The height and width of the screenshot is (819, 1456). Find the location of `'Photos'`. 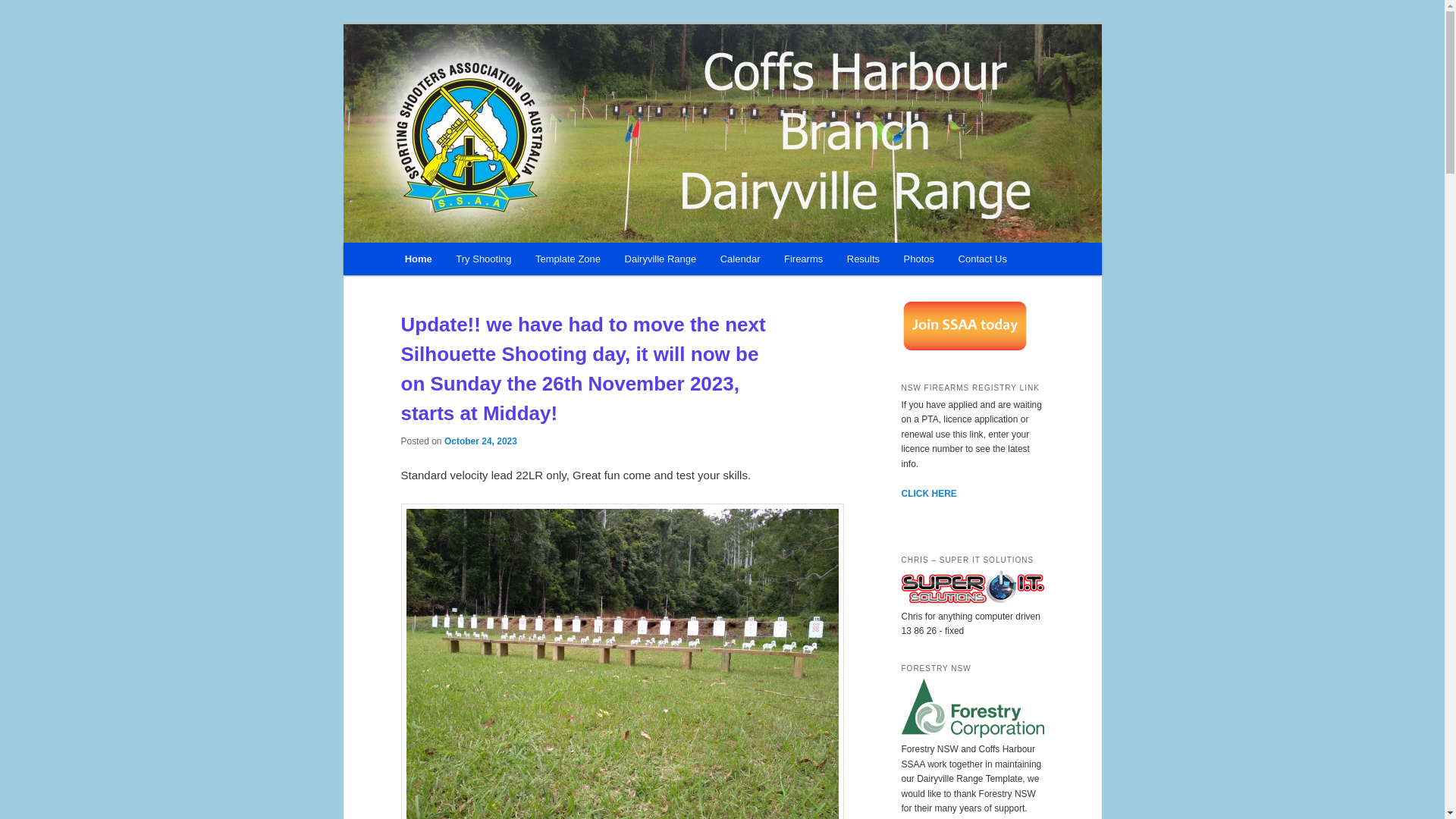

'Photos' is located at coordinates (918, 258).